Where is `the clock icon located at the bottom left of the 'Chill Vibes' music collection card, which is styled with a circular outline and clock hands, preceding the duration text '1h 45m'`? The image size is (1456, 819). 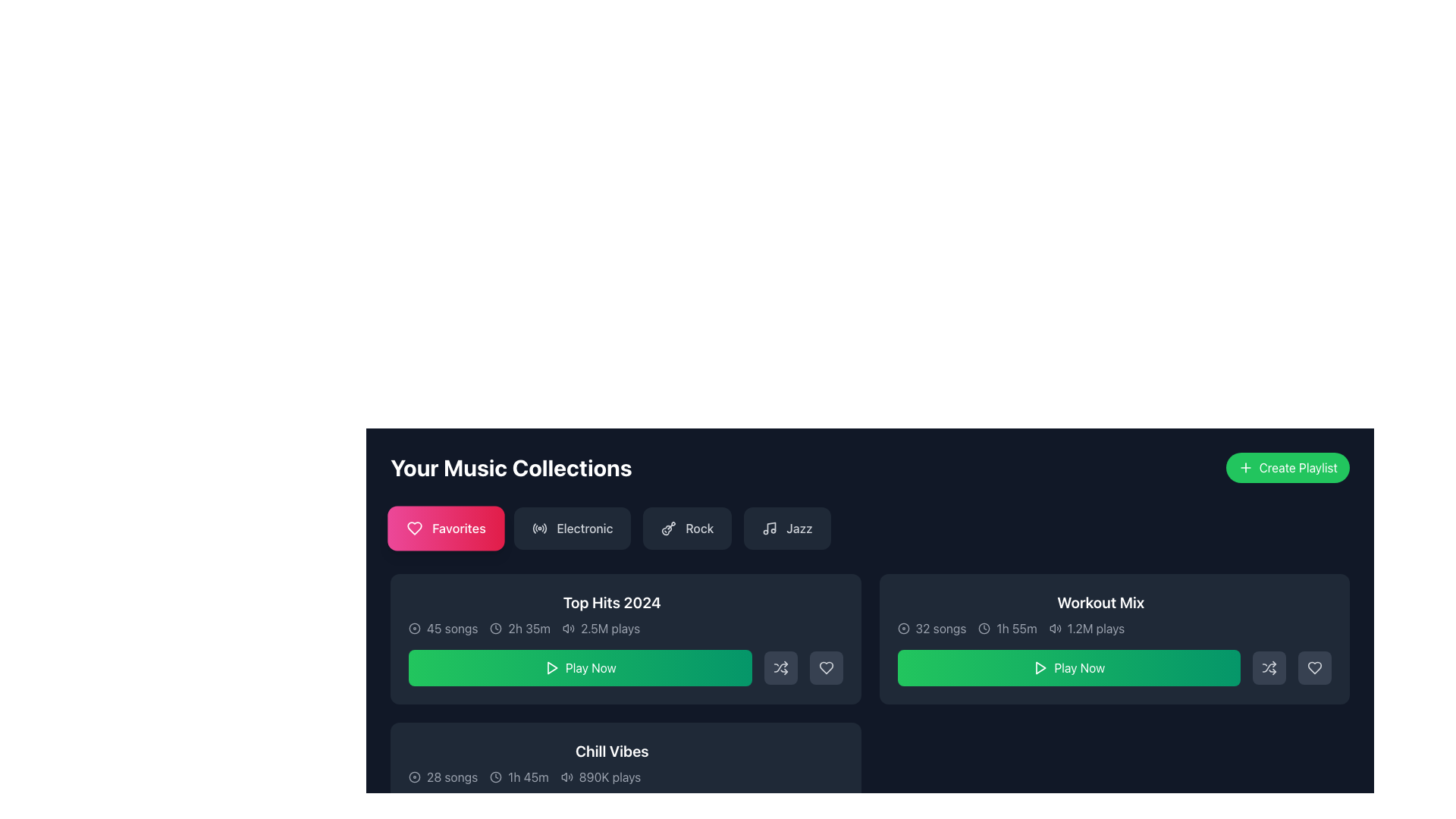
the clock icon located at the bottom left of the 'Chill Vibes' music collection card, which is styled with a circular outline and clock hands, preceding the duration text '1h 45m' is located at coordinates (496, 777).